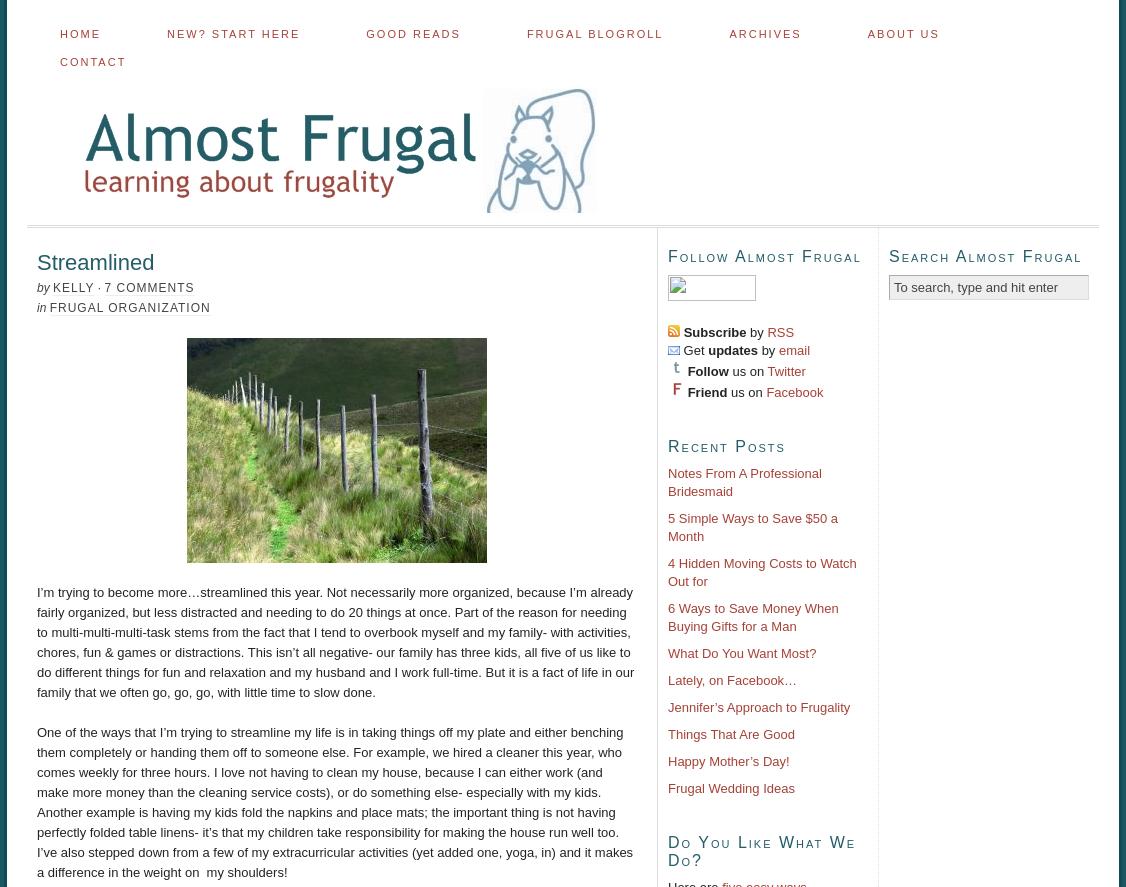  Describe the element at coordinates (888, 254) in the screenshot. I see `'Search Almost Frugal'` at that location.